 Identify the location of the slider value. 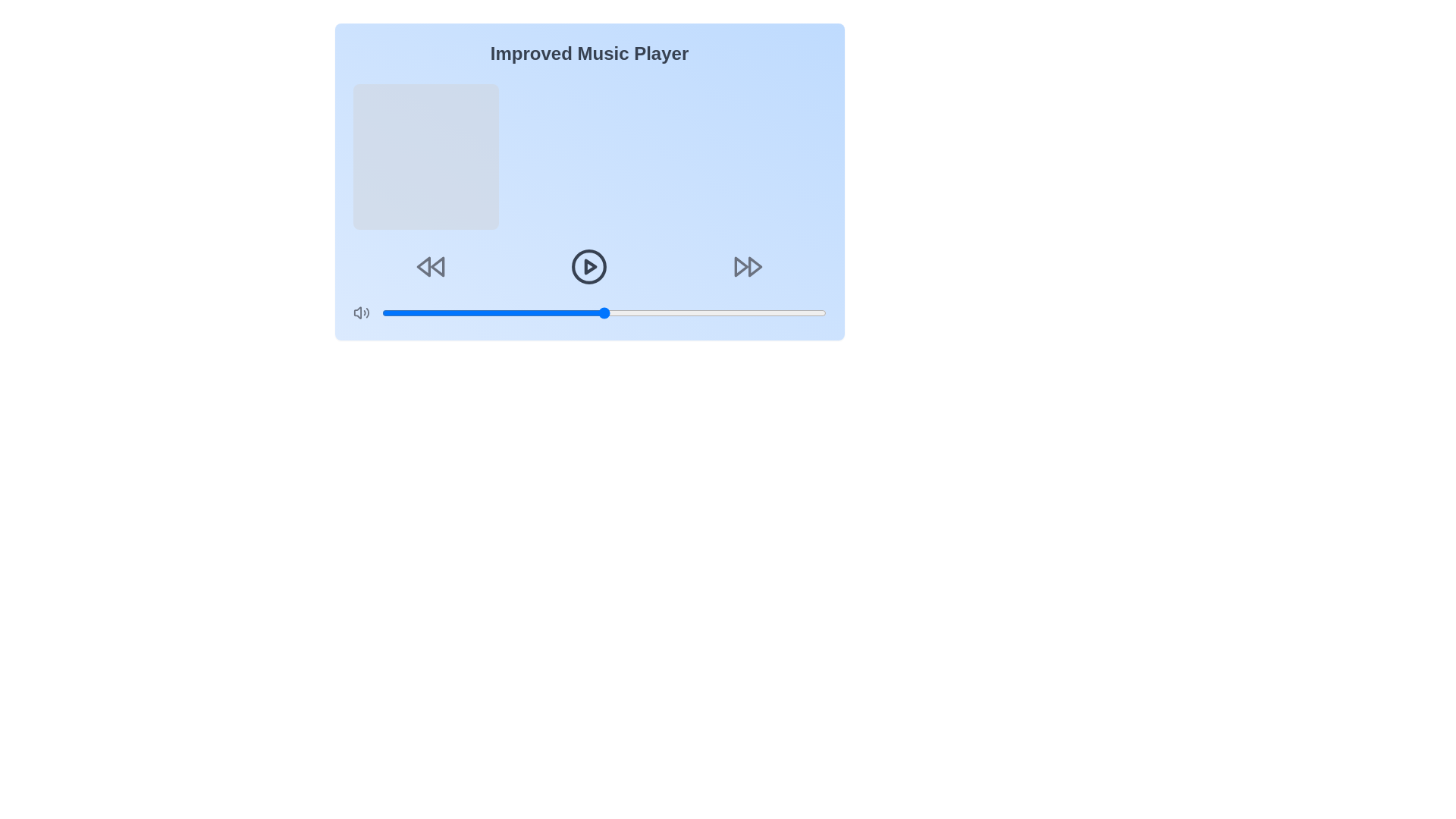
(821, 312).